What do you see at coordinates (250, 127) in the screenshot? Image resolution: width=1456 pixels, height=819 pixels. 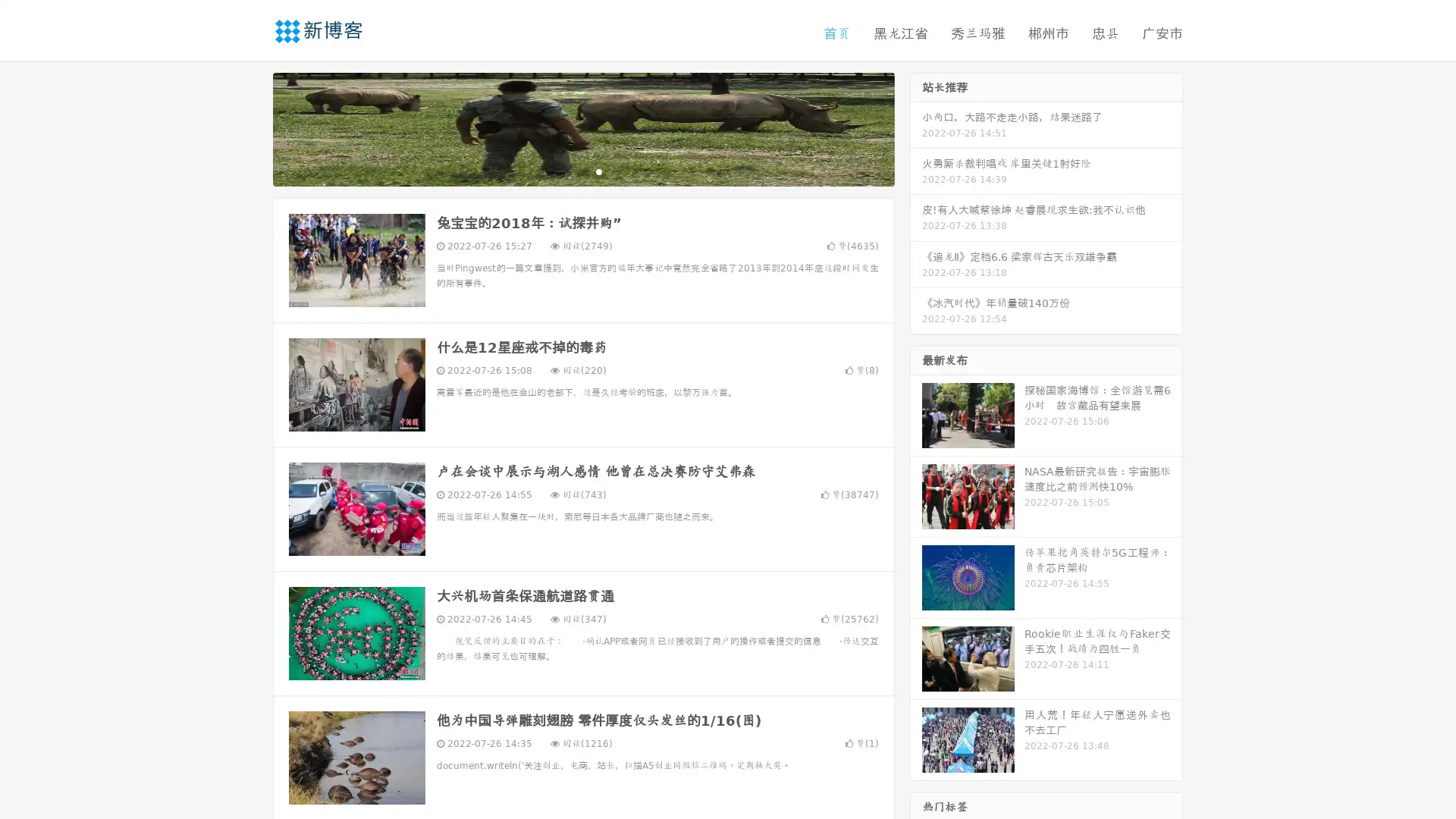 I see `Previous slide` at bounding box center [250, 127].